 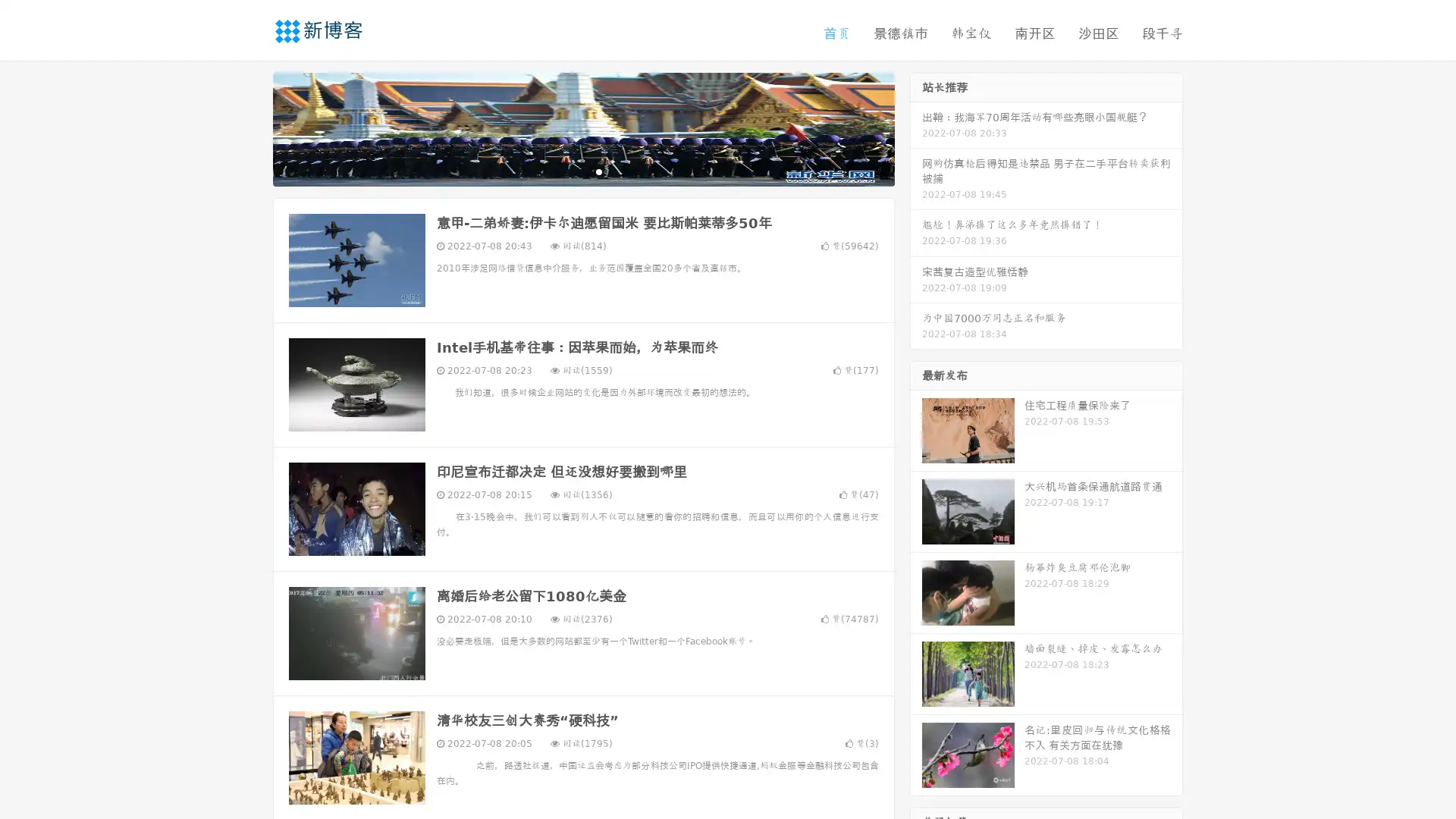 What do you see at coordinates (916, 127) in the screenshot?
I see `Next slide` at bounding box center [916, 127].